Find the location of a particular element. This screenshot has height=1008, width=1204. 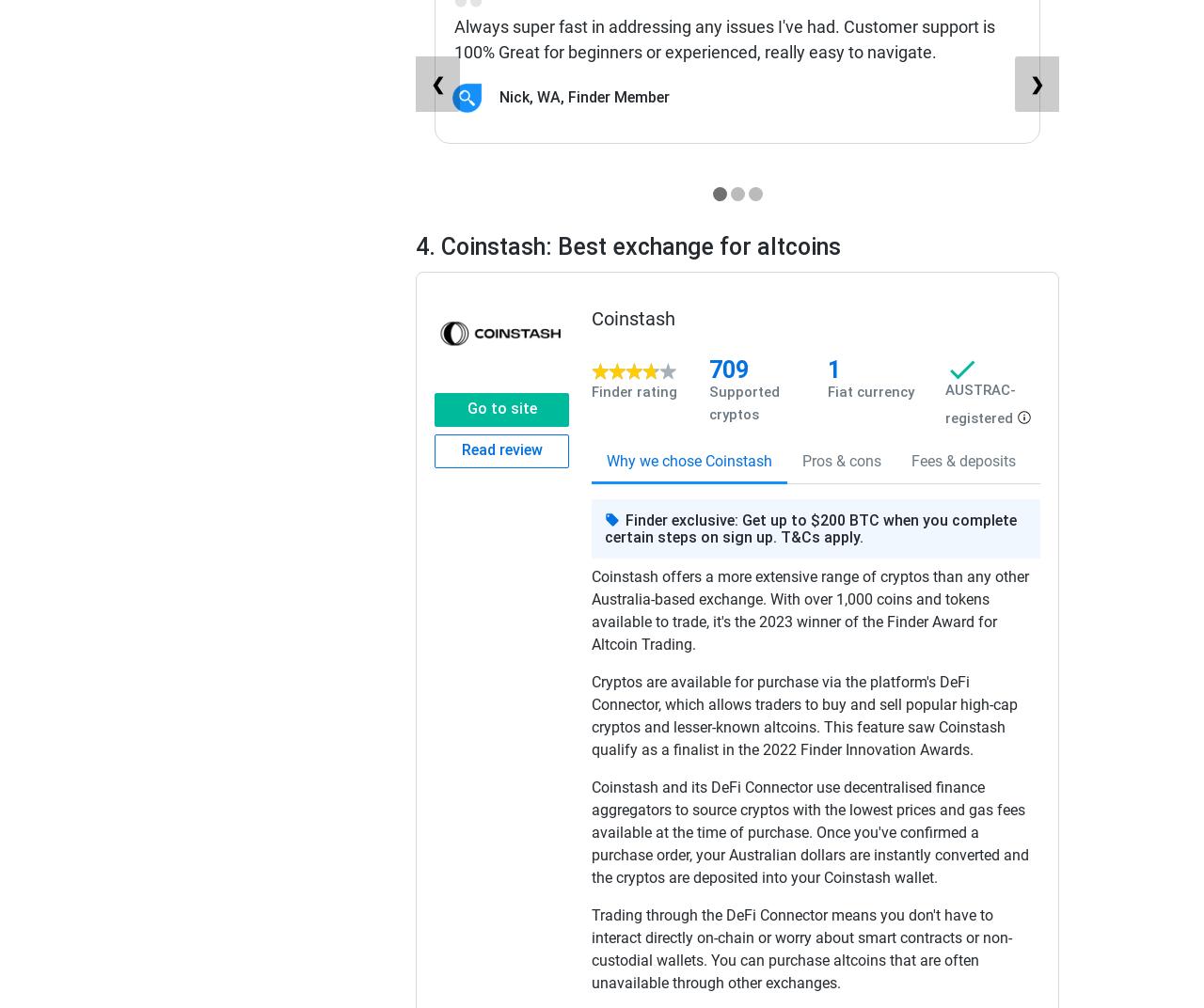

'Read review' is located at coordinates (500, 449).